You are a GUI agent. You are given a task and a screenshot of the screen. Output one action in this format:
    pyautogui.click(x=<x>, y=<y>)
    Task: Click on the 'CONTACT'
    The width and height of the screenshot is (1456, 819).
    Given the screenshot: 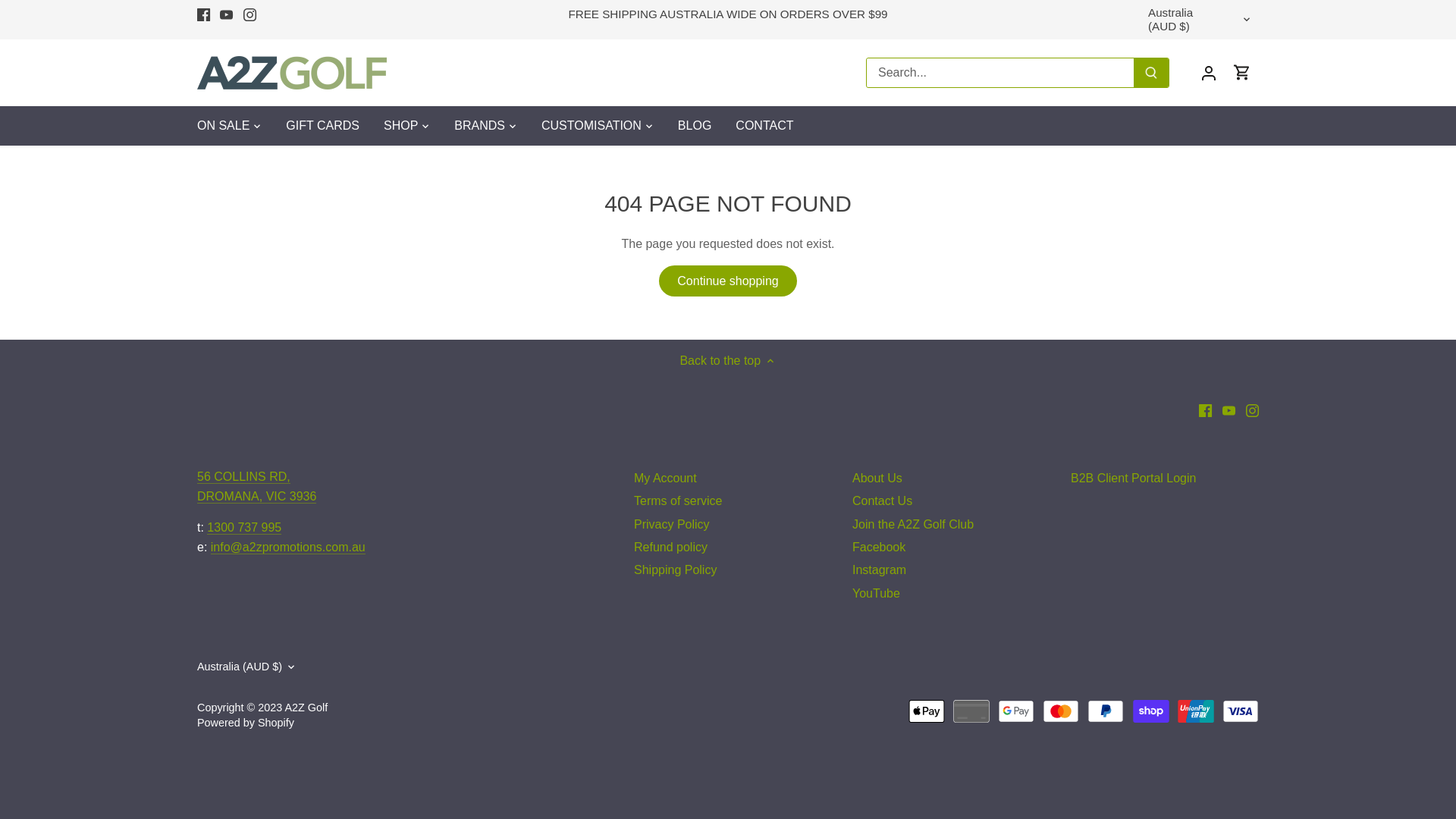 What is the action you would take?
    pyautogui.click(x=723, y=125)
    